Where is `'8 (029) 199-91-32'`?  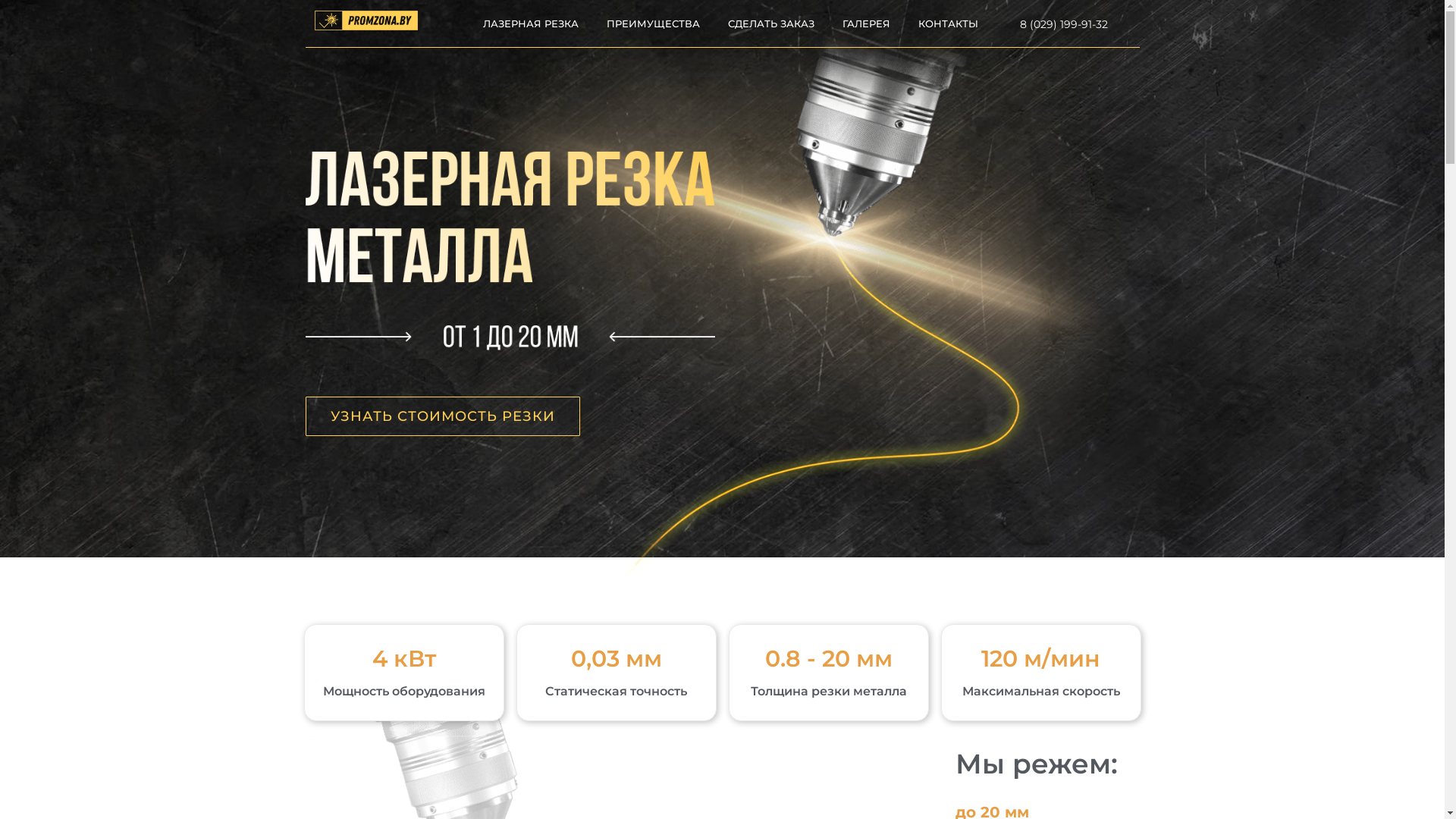
'8 (029) 199-91-32' is located at coordinates (1019, 24).